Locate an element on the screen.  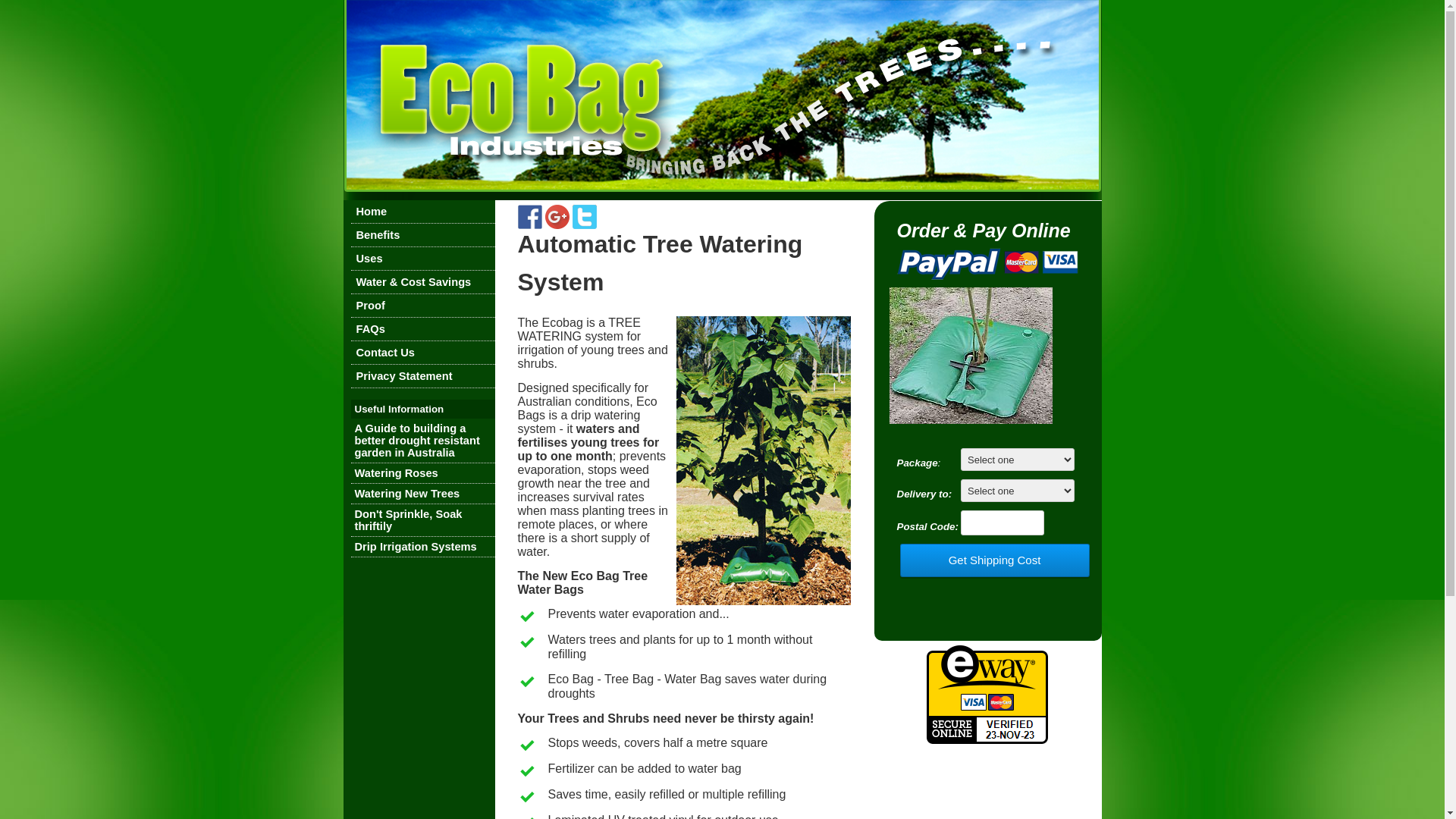
'Contact Us' is located at coordinates (356, 353).